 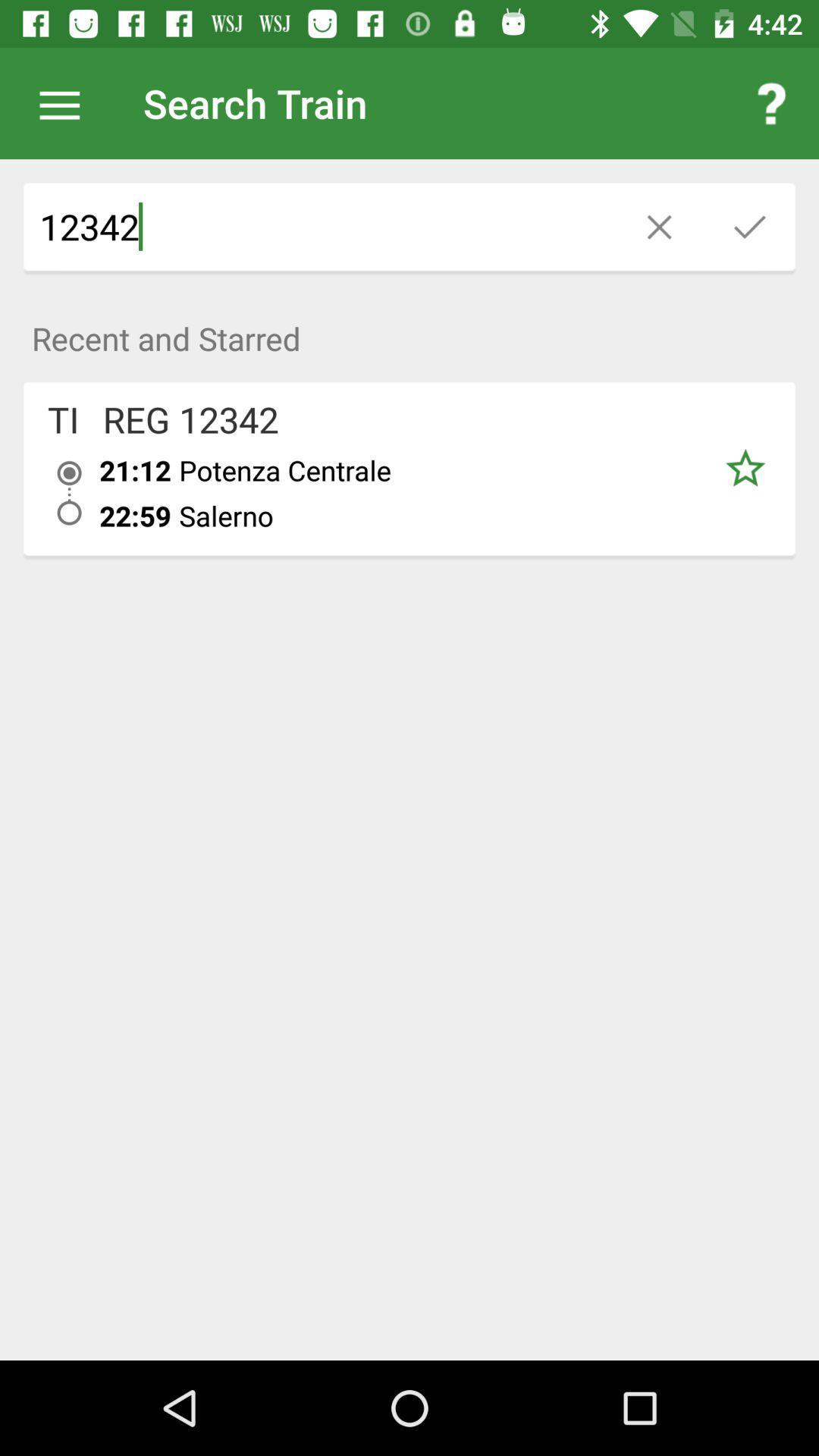 What do you see at coordinates (437, 469) in the screenshot?
I see `the potenza centrale icon` at bounding box center [437, 469].